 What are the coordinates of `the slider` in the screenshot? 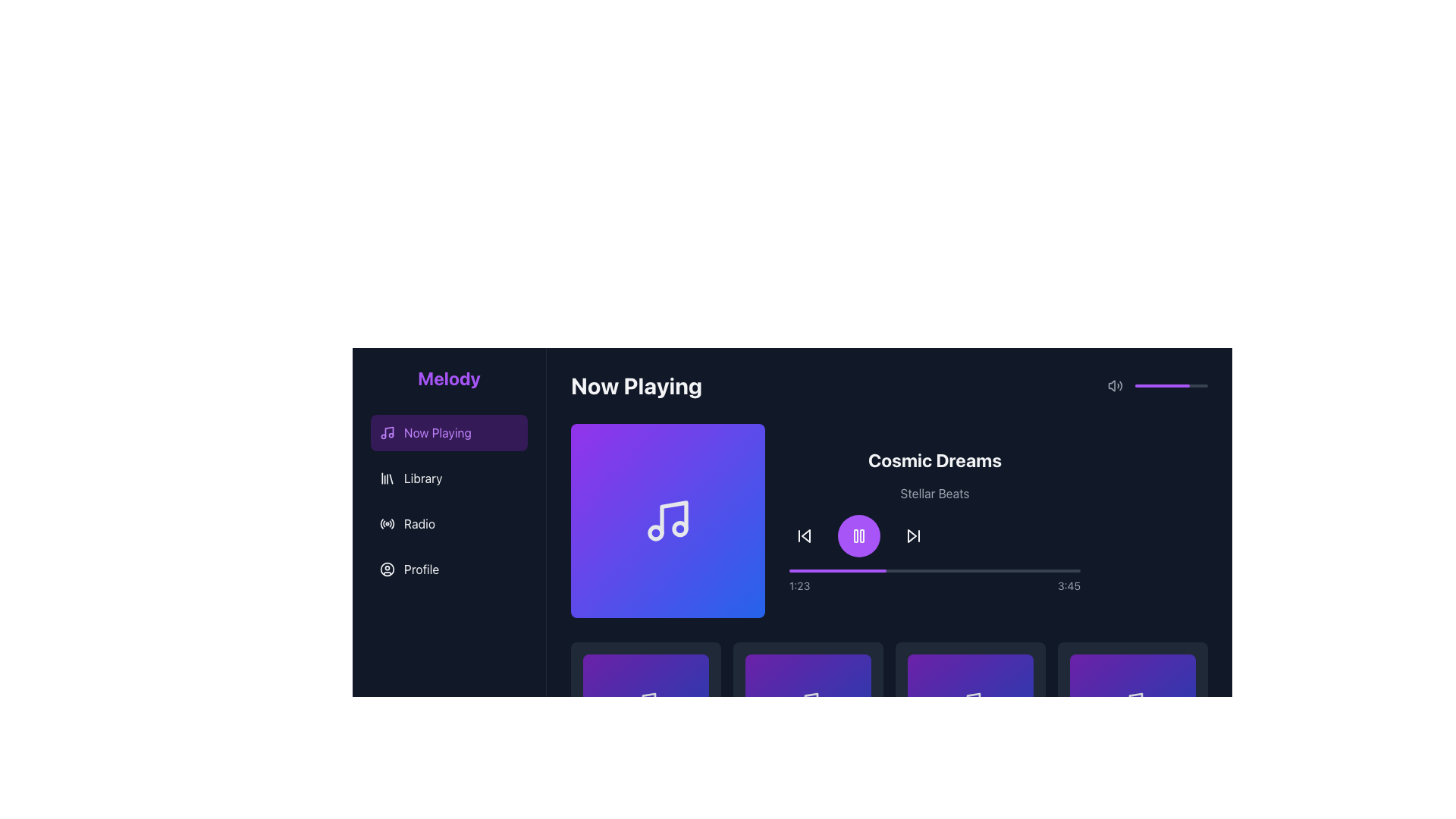 It's located at (1181, 385).